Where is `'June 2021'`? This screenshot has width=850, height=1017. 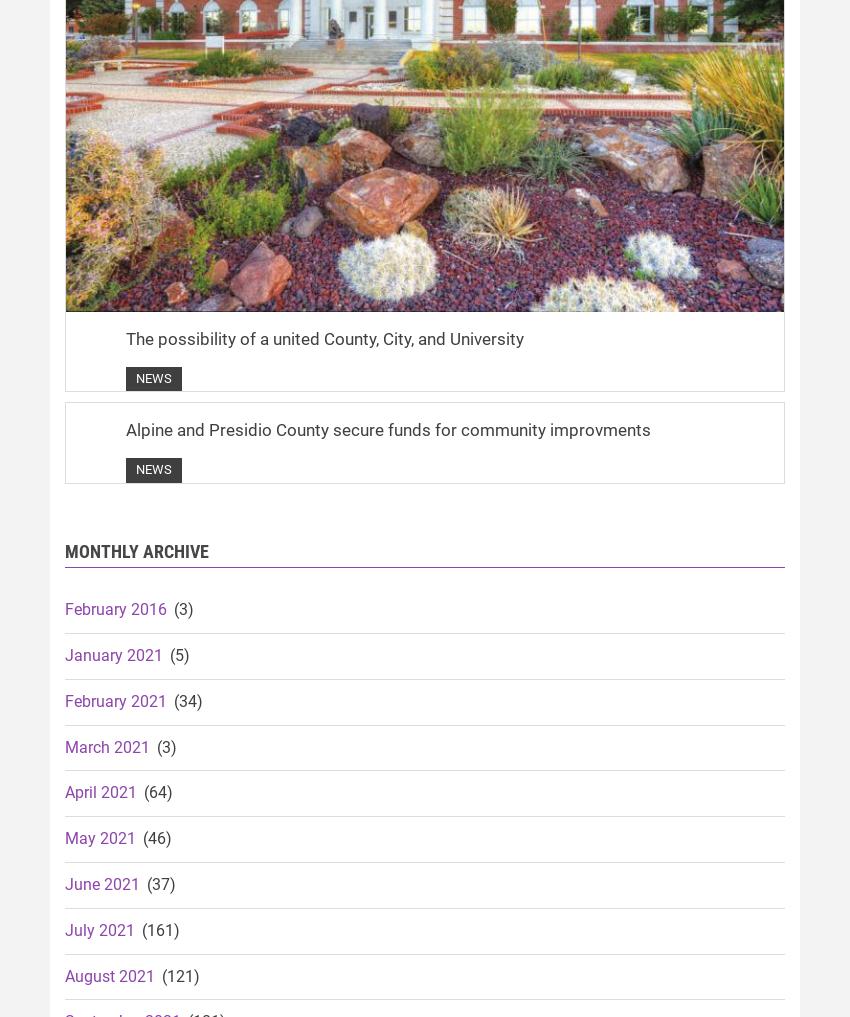
'June 2021' is located at coordinates (101, 883).